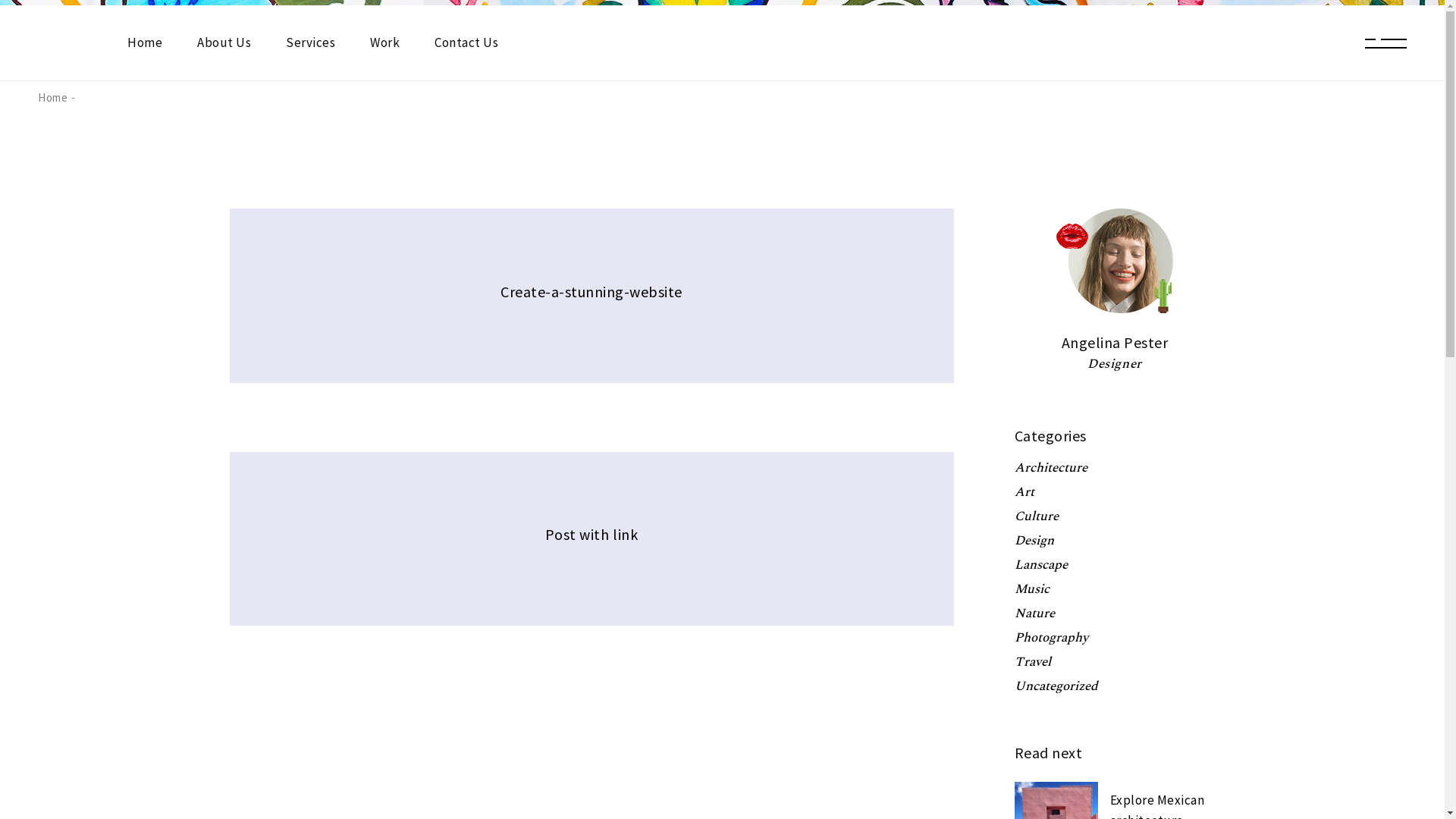 The image size is (1456, 819). Describe the element at coordinates (742, 543) in the screenshot. I see `'Services'` at that location.